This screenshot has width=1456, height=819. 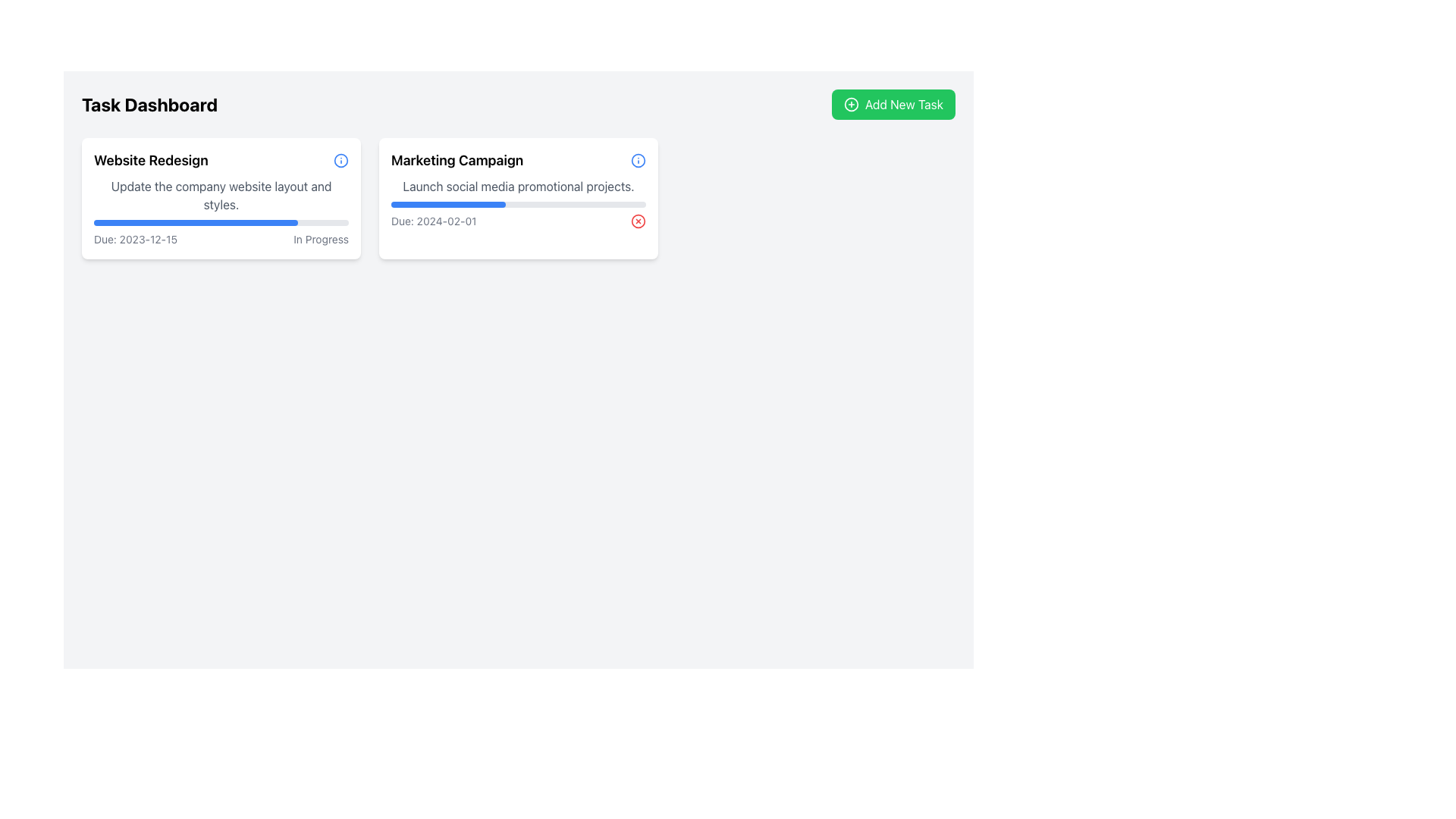 What do you see at coordinates (852, 104) in the screenshot?
I see `the decorative circle in the plus icon located to the left of the 'Add New Task' button` at bounding box center [852, 104].